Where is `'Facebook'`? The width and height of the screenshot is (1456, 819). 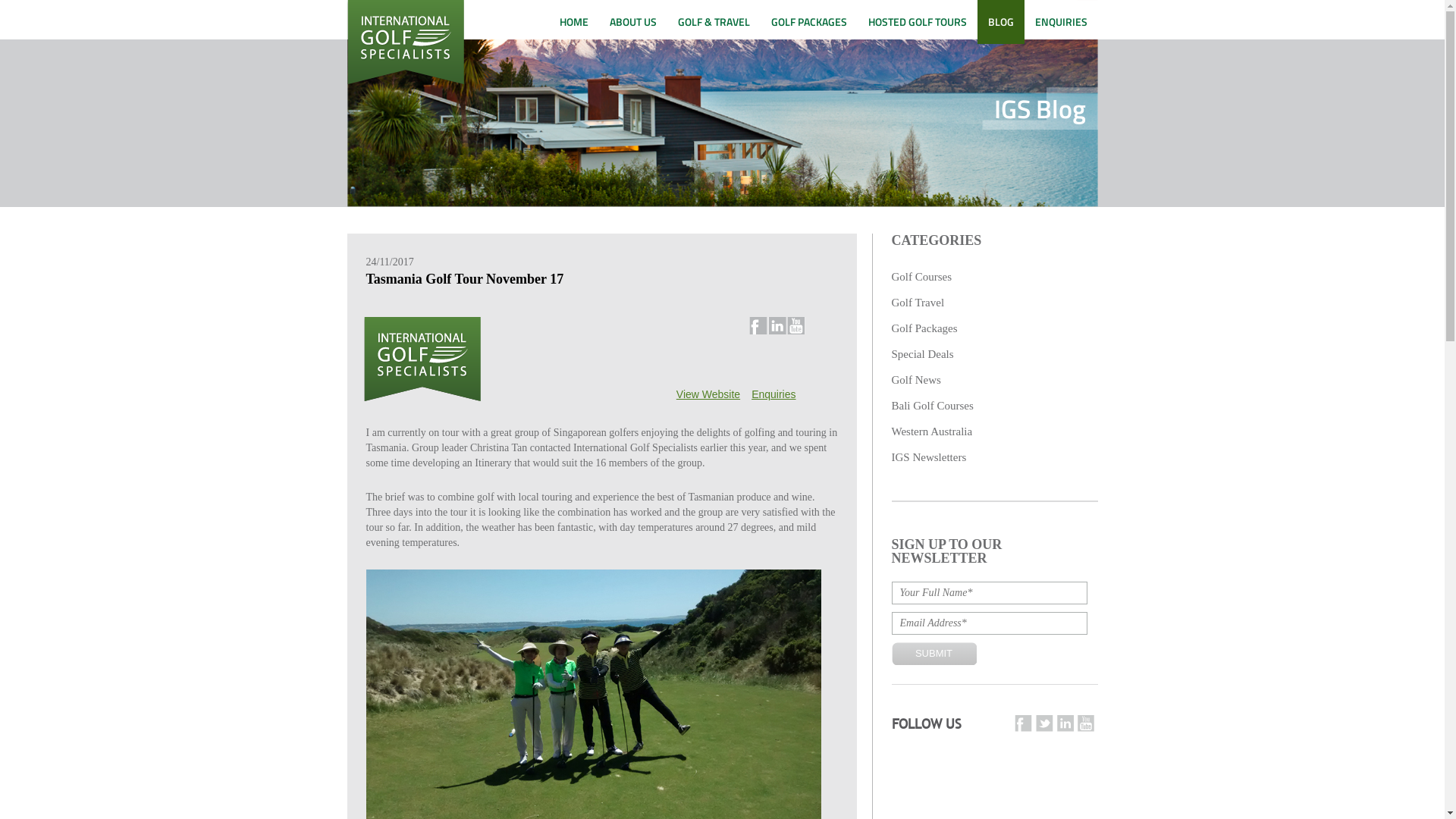 'Facebook' is located at coordinates (1023, 722).